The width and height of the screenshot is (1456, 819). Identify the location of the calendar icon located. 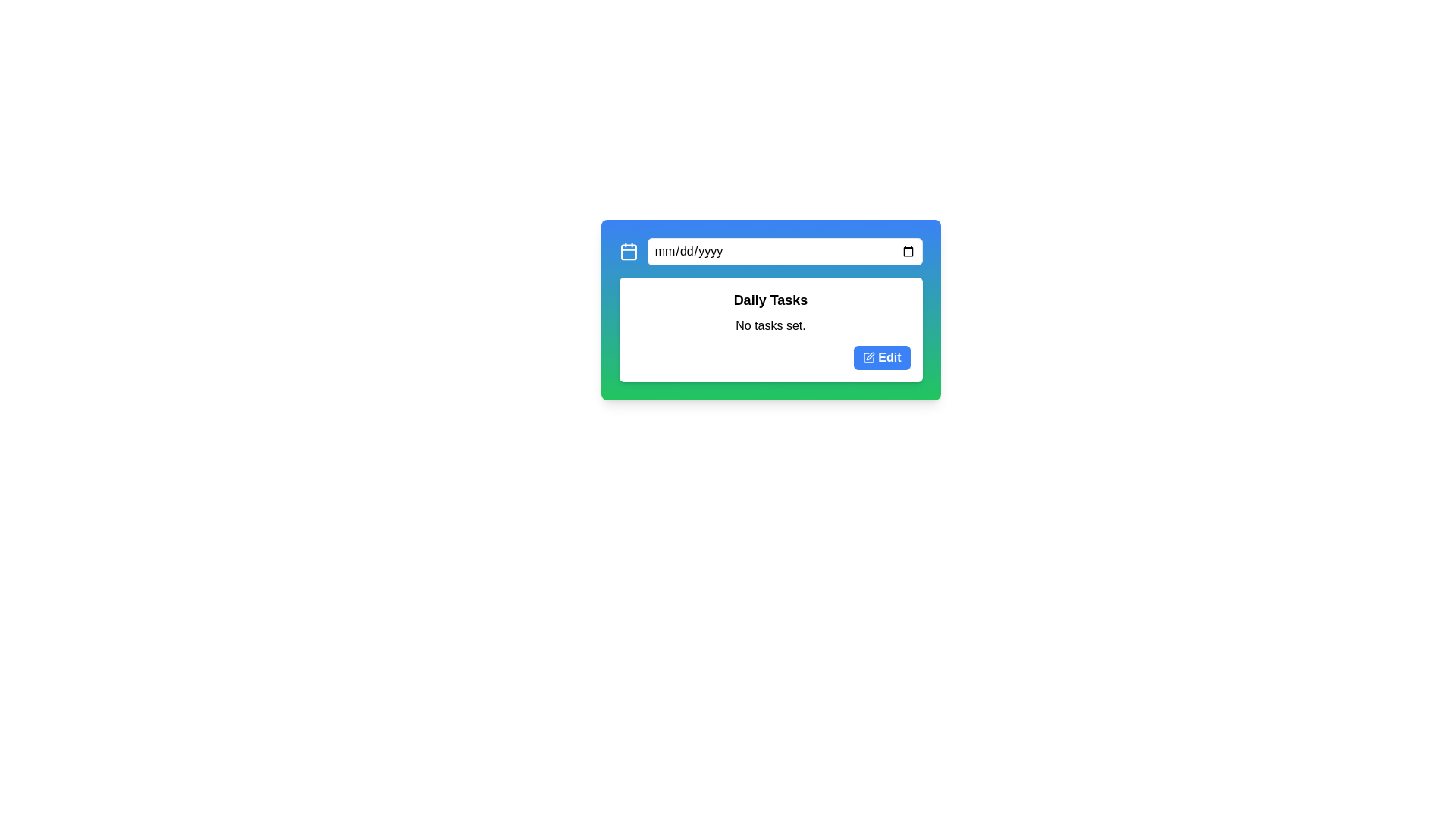
(629, 250).